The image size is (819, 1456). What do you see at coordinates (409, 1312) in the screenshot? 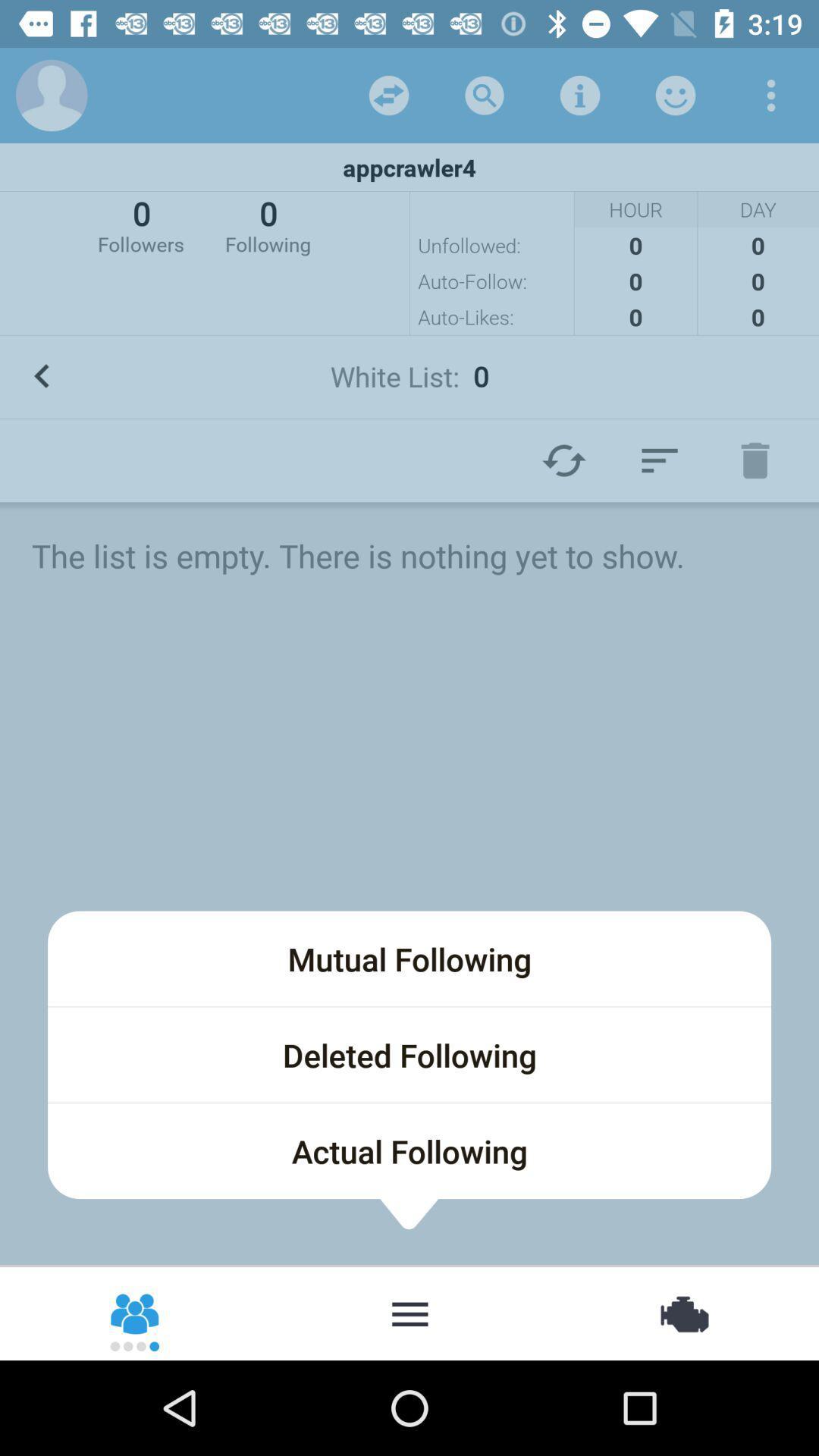
I see `the more icon` at bounding box center [409, 1312].